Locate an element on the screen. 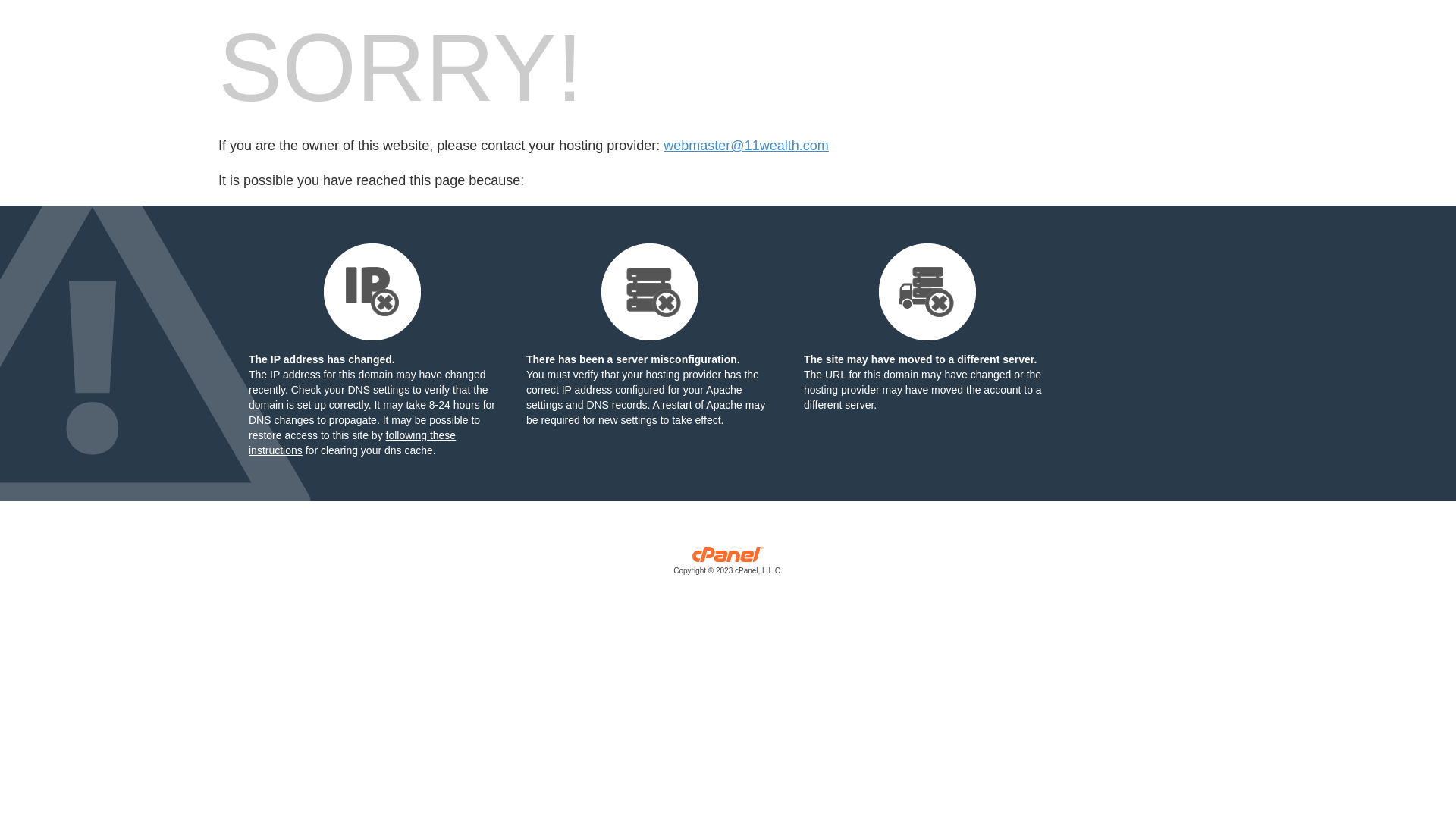 This screenshot has width=1456, height=819. 'webmaster@11wealth.com' is located at coordinates (745, 146).